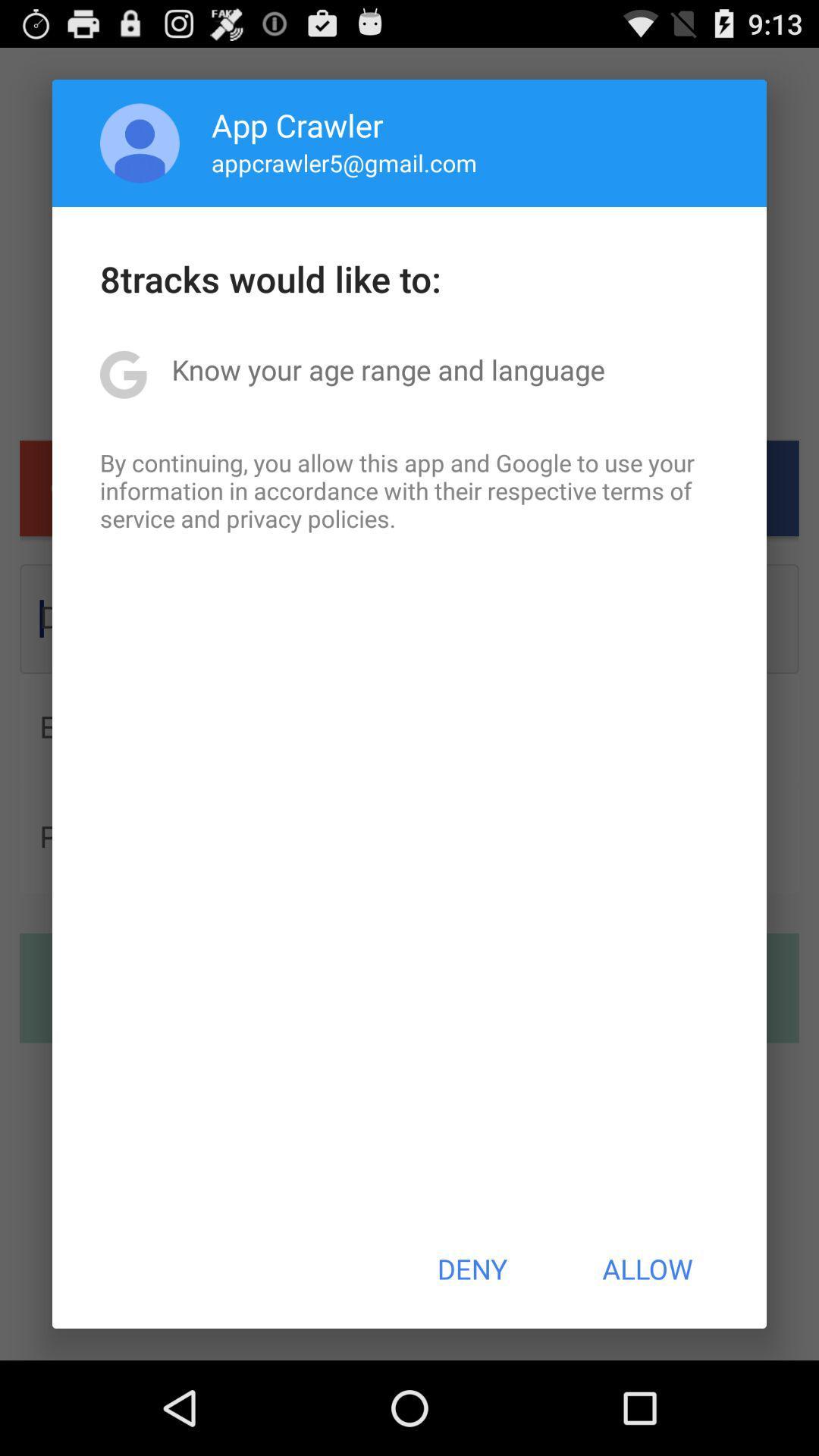 Image resolution: width=819 pixels, height=1456 pixels. Describe the element at coordinates (471, 1269) in the screenshot. I see `item below the by continuing you app` at that location.